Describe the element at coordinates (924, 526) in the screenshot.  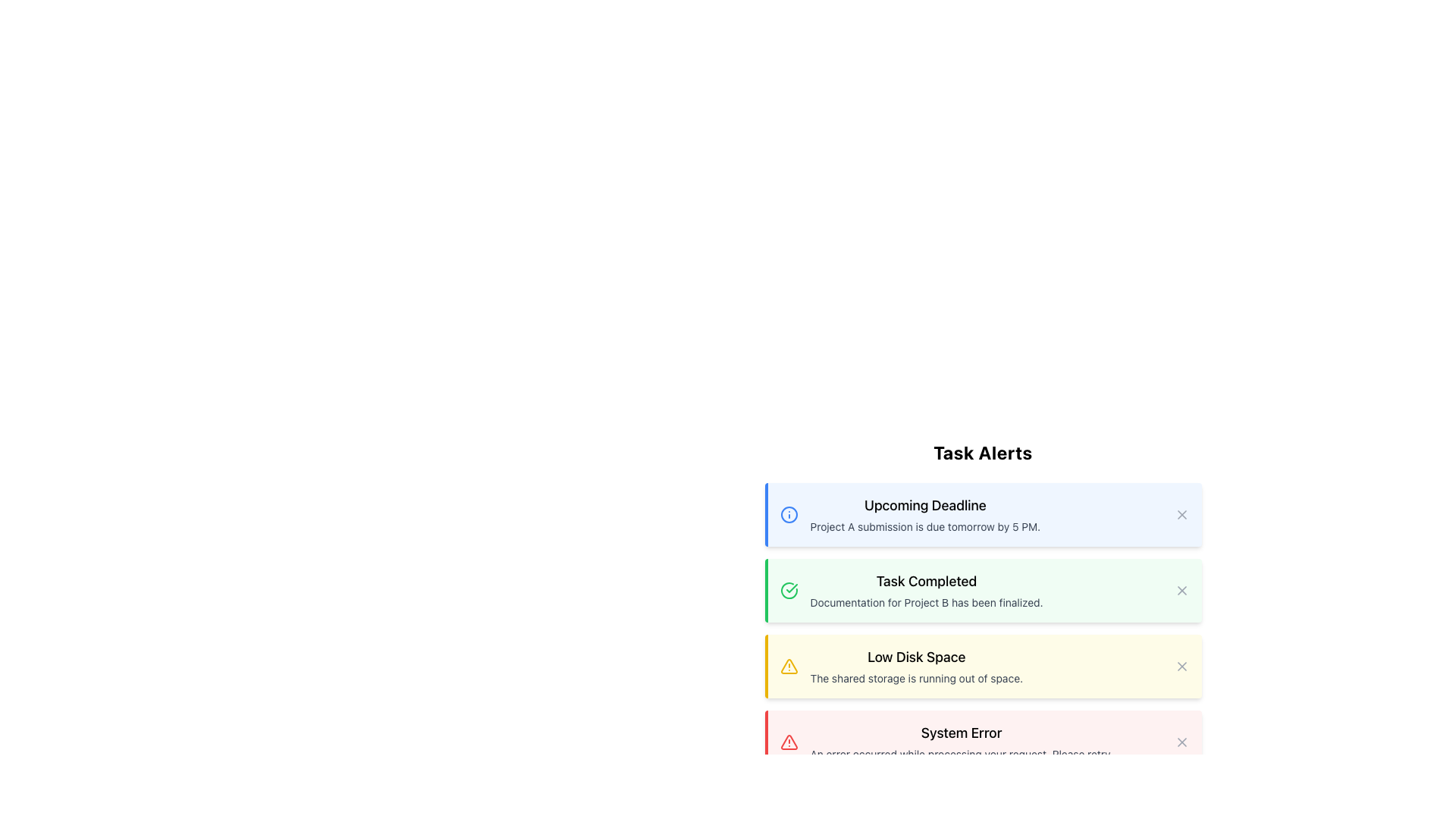
I see `deadline reminder text for 'Project A' displayed in the notification card titled 'Upcoming Deadline', positioned under 'Task Alerts'` at that location.